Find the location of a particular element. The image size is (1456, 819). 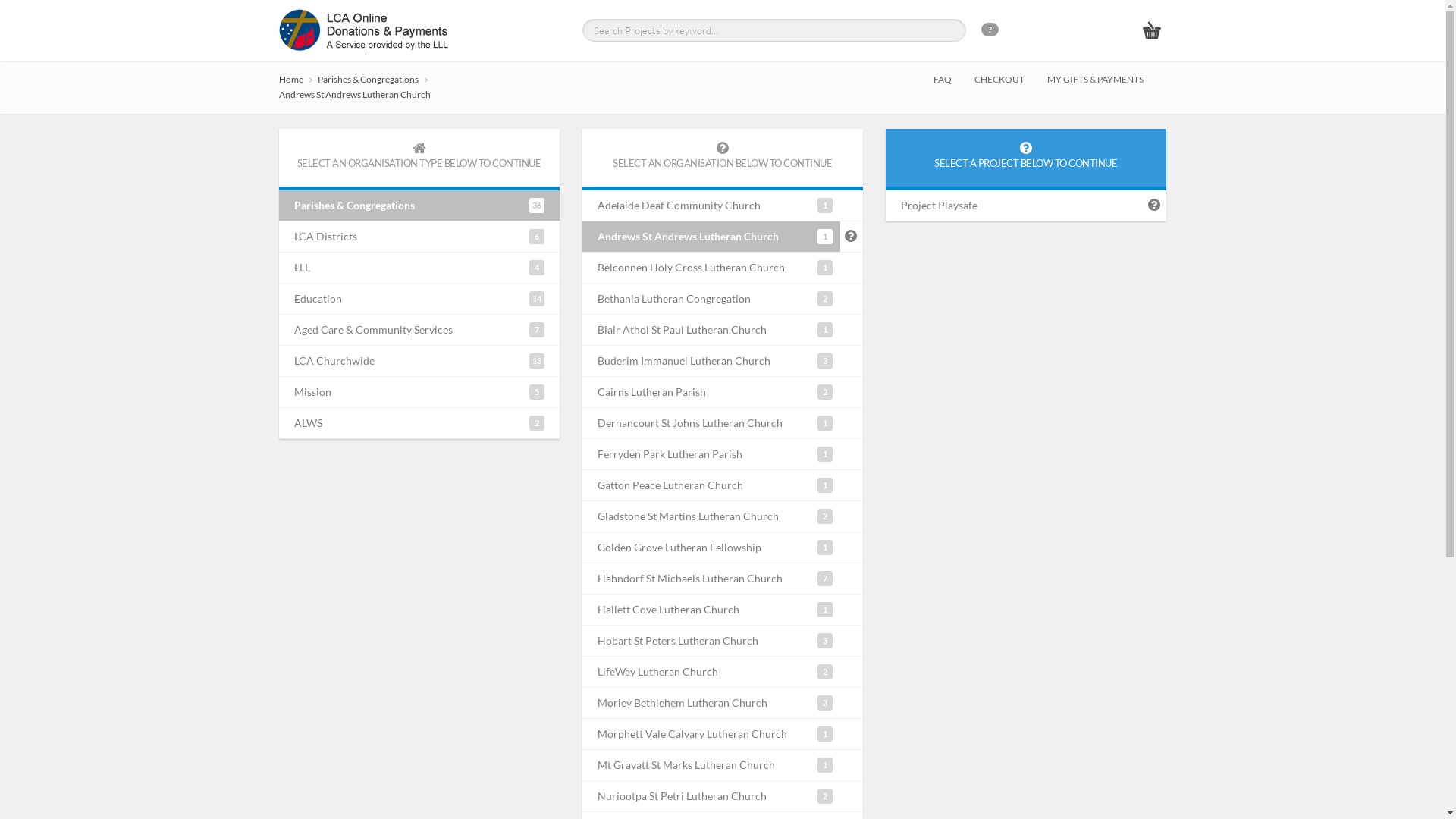

'7 is located at coordinates (419, 329).